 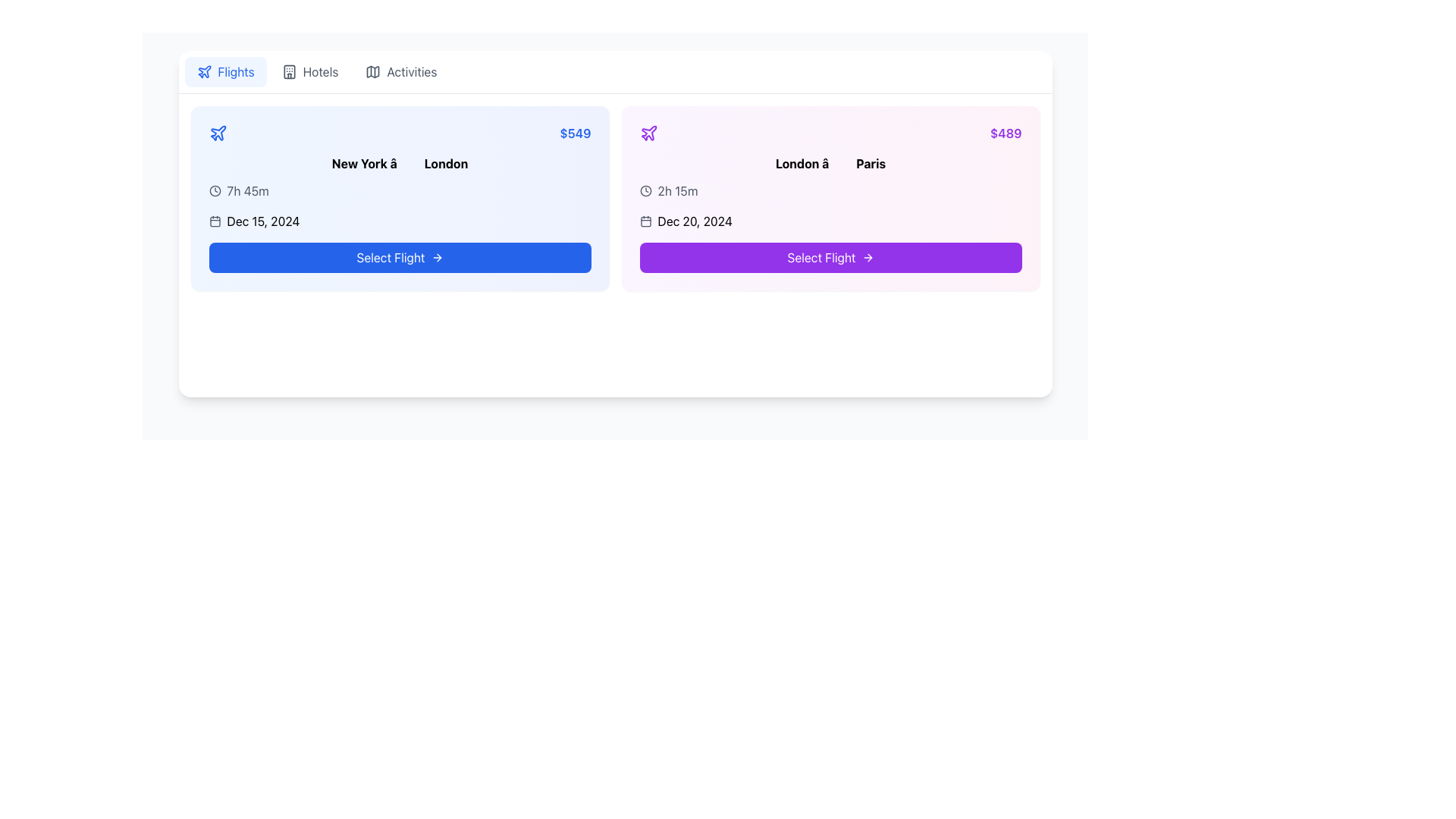 What do you see at coordinates (676, 190) in the screenshot?
I see `the Text label displaying '2h 15m', which is located in the upper-left segment of the flight card, adjacent to a clock icon` at bounding box center [676, 190].